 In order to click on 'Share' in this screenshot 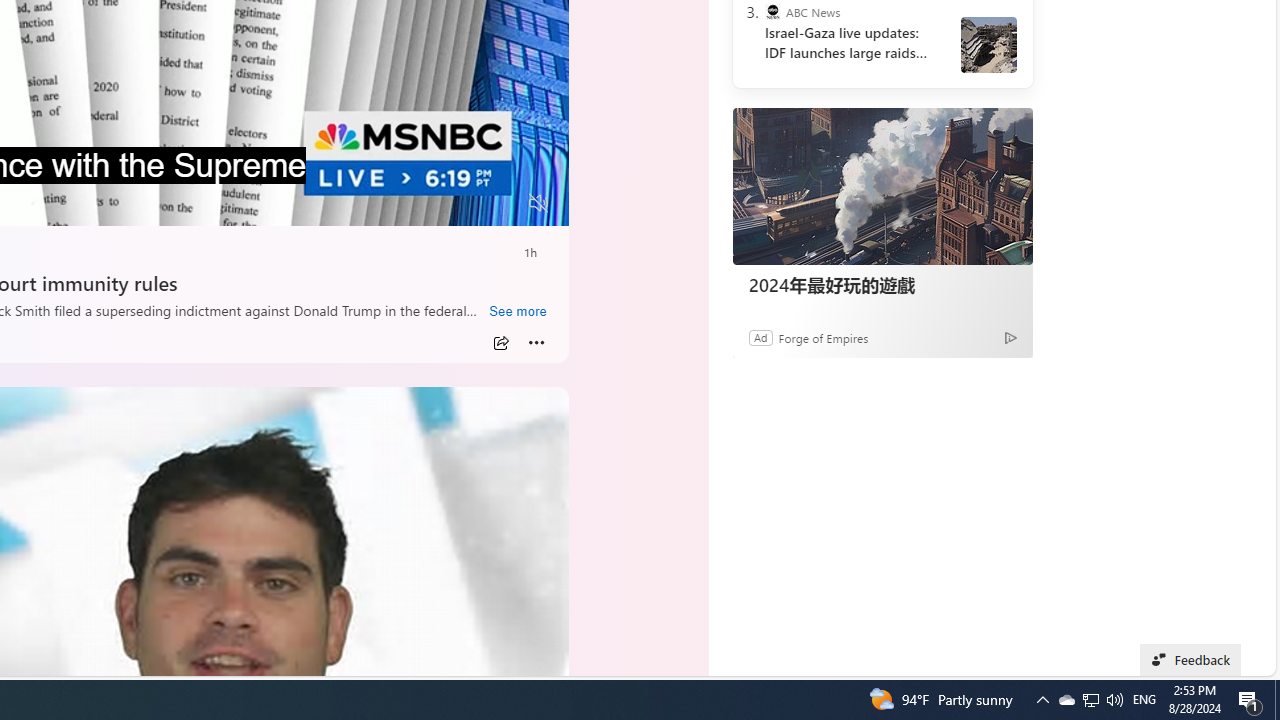, I will do `click(501, 342)`.